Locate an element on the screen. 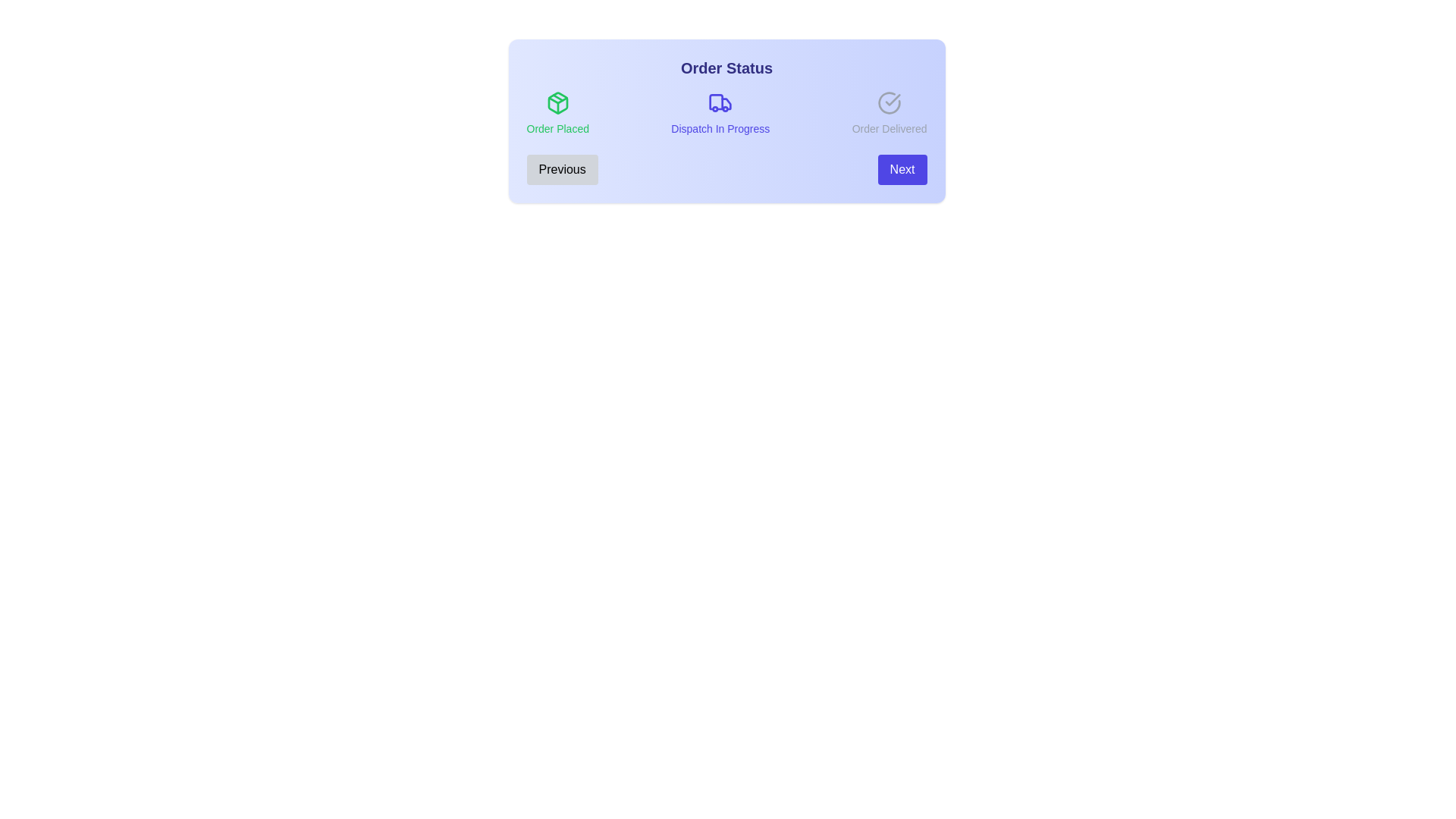  the decorative vector graphic element of the package icon, which indicates completion in the 'Order Status' progress tracker is located at coordinates (557, 100).